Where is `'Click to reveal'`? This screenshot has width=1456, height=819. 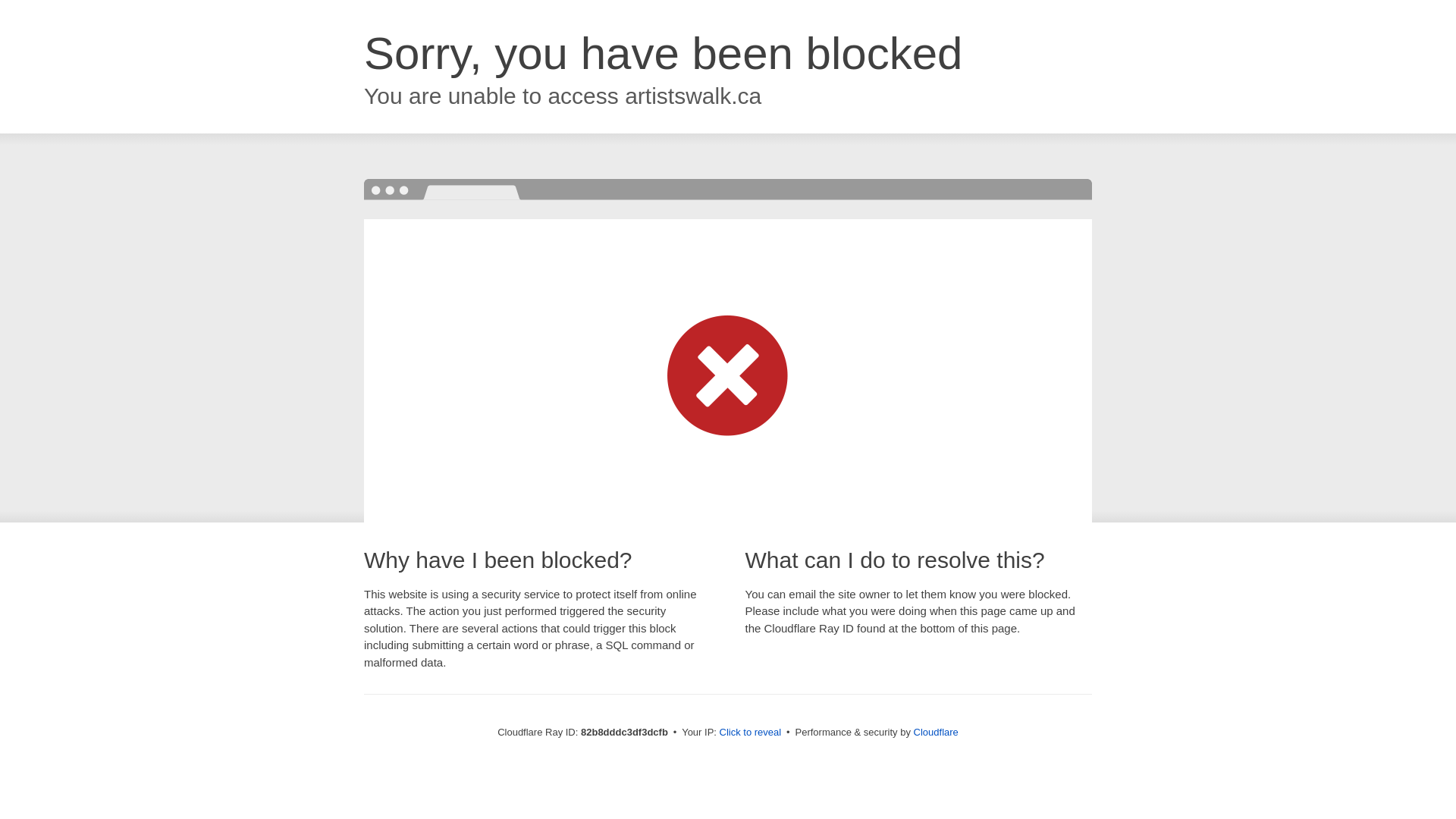
'Click to reveal' is located at coordinates (750, 731).